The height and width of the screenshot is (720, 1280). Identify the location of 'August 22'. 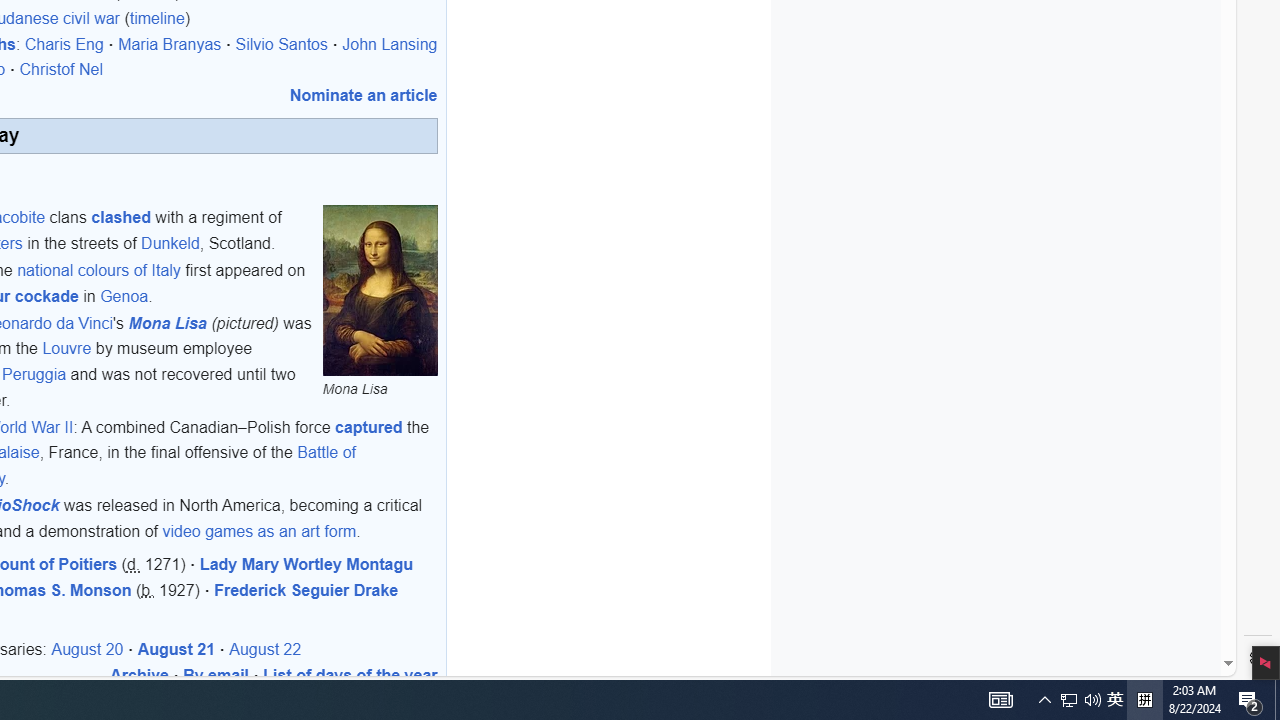
(264, 649).